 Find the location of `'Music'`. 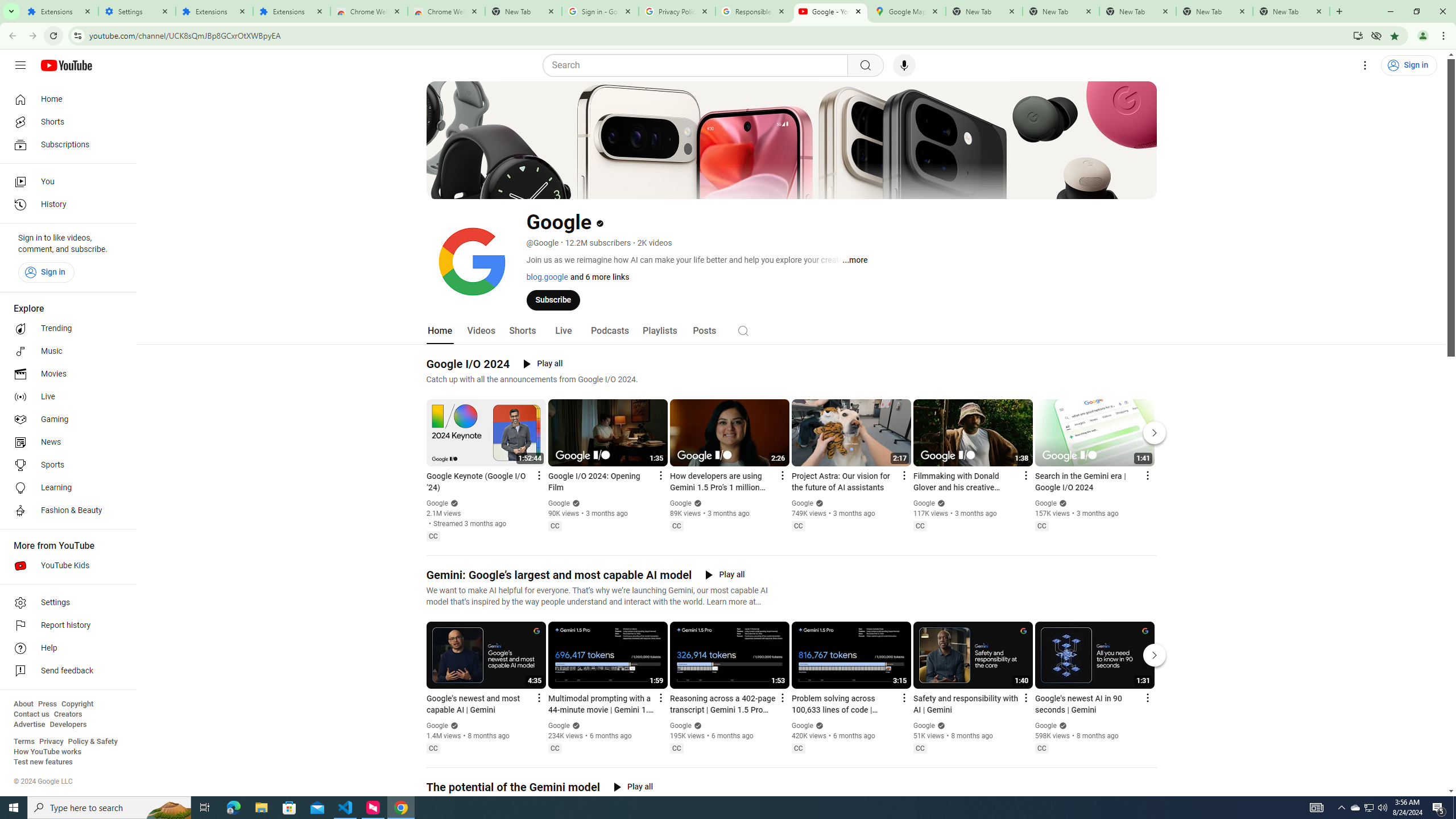

'Music' is located at coordinates (64, 350).